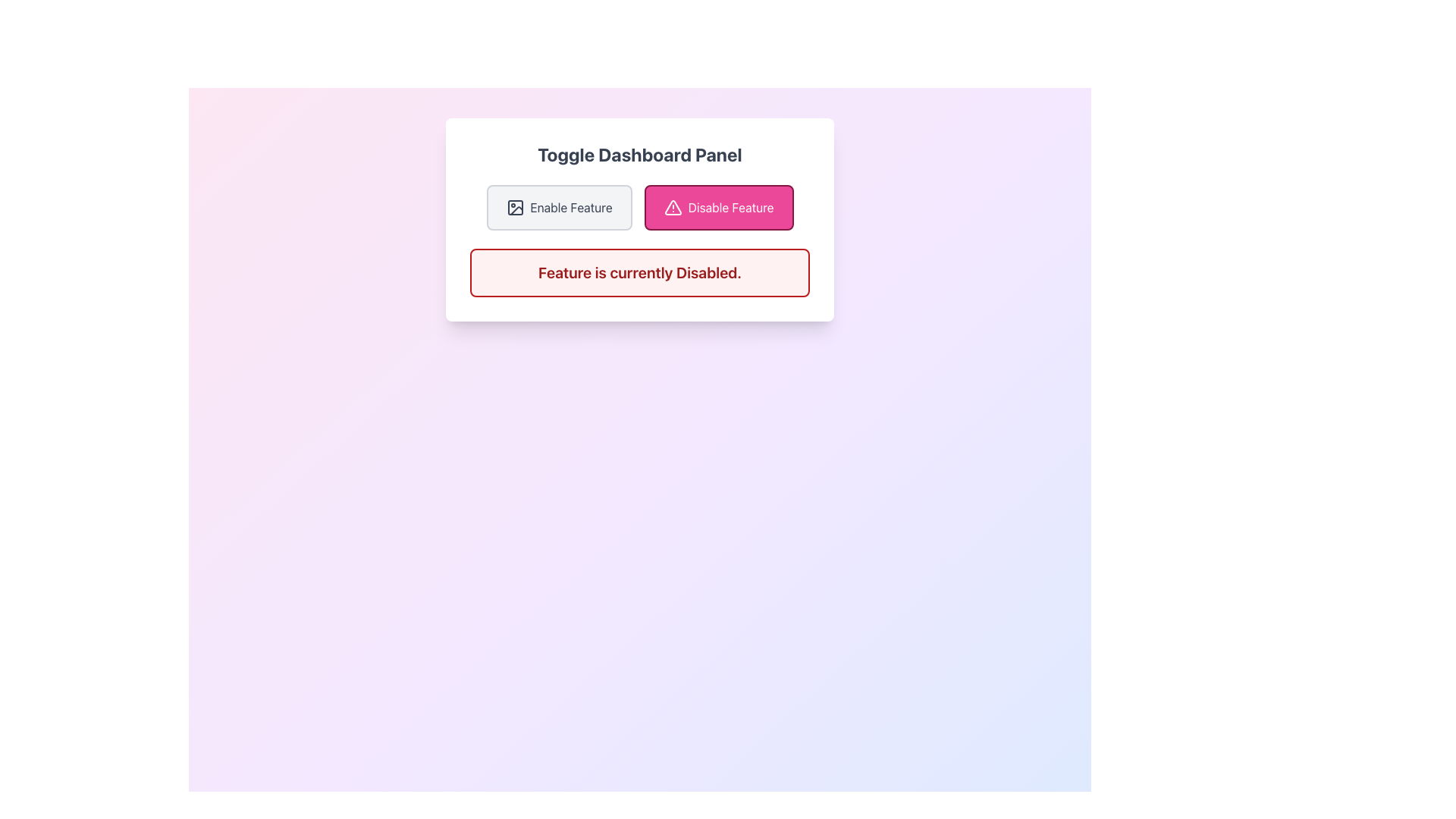  Describe the element at coordinates (672, 207) in the screenshot. I see `the warning triangle icon with an exclamation mark inside it, located to the left of the 'Disable Feature' text within the button` at that location.